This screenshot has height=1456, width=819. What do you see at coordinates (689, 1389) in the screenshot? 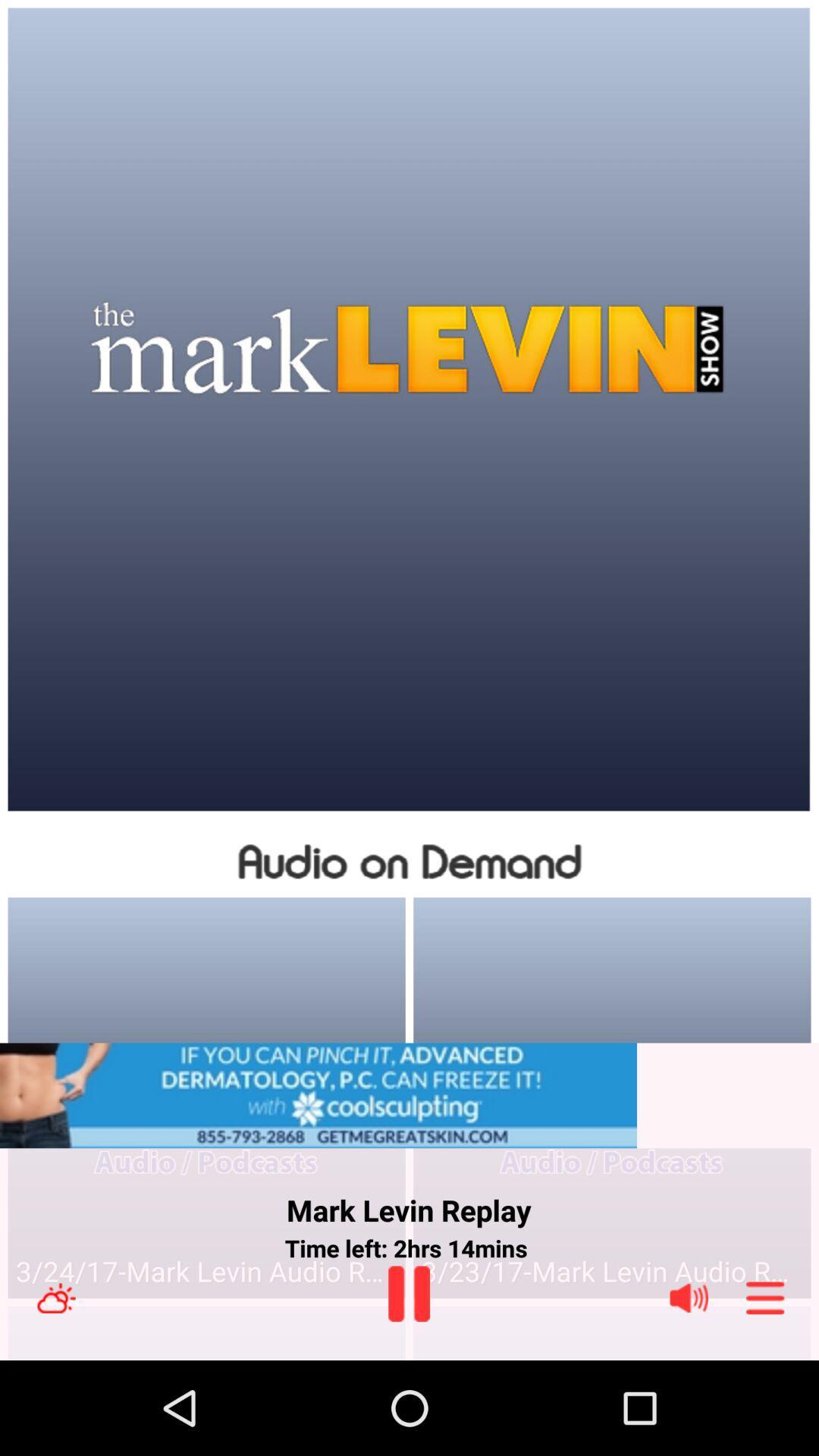
I see `the volume icon` at bounding box center [689, 1389].